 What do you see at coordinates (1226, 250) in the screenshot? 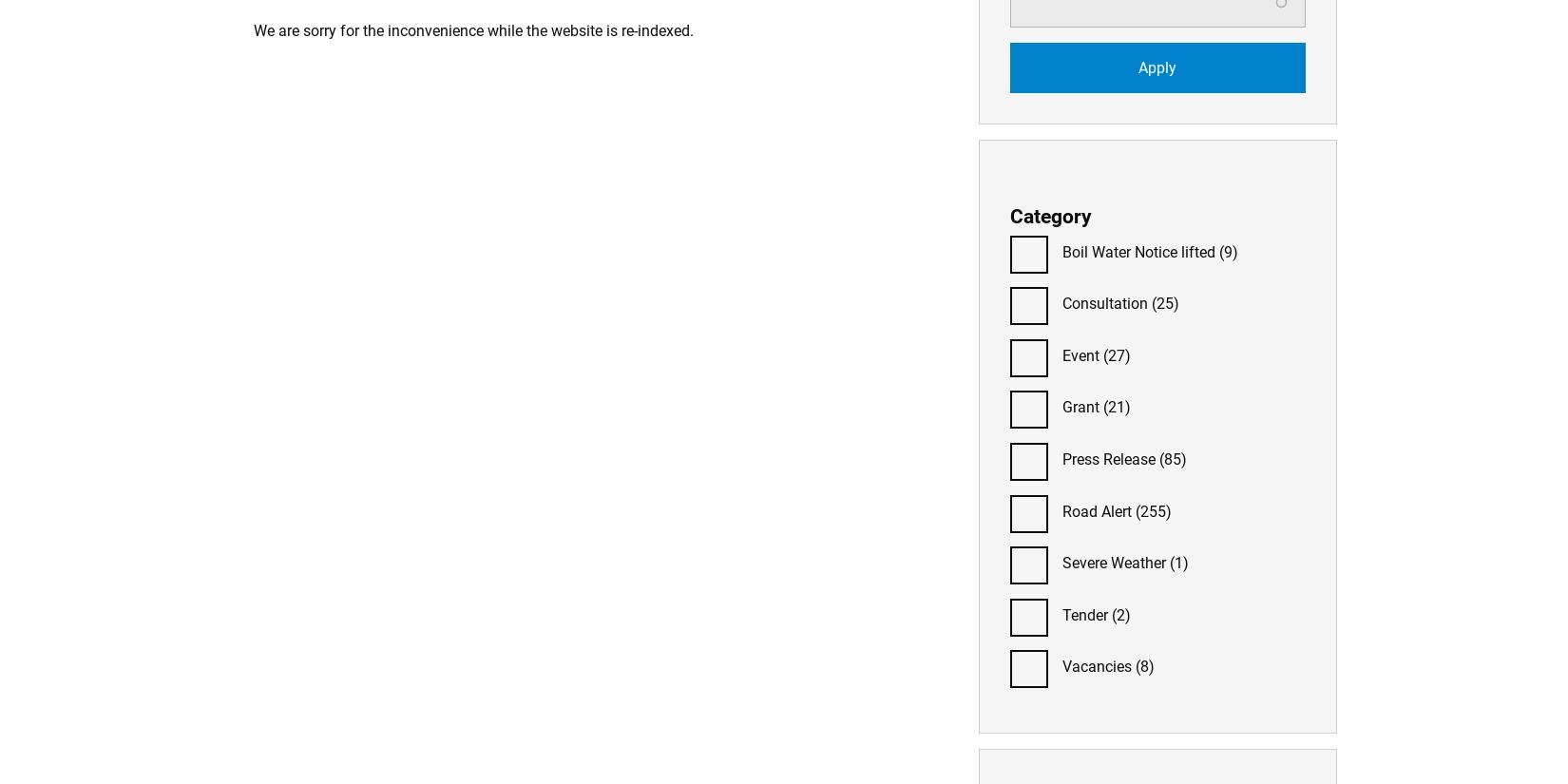
I see `'(9)'` at bounding box center [1226, 250].